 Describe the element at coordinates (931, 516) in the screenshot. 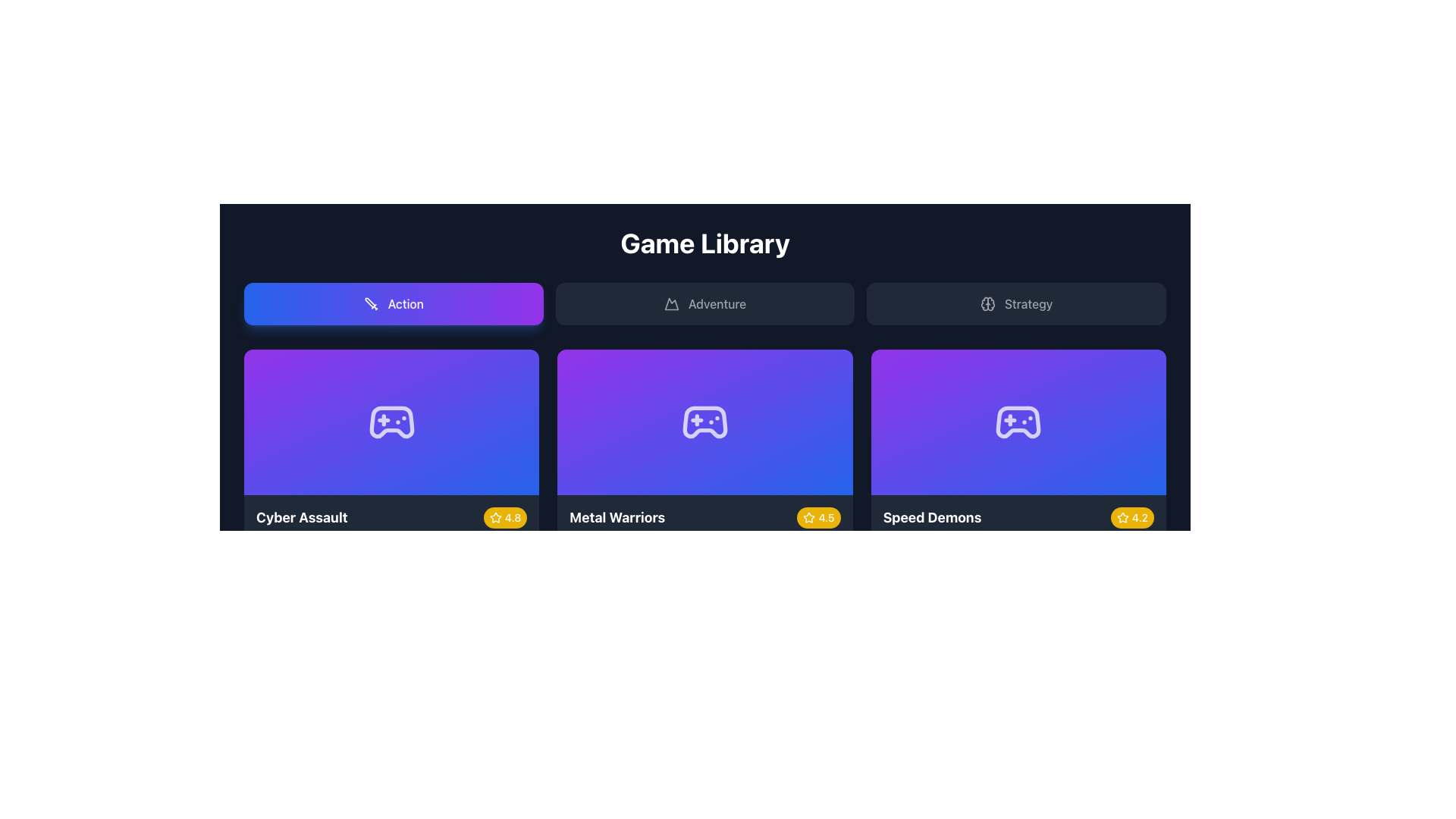

I see `the static text displaying the title of the specific item at the bottom of the third card in a horizontal list of three cards` at that location.